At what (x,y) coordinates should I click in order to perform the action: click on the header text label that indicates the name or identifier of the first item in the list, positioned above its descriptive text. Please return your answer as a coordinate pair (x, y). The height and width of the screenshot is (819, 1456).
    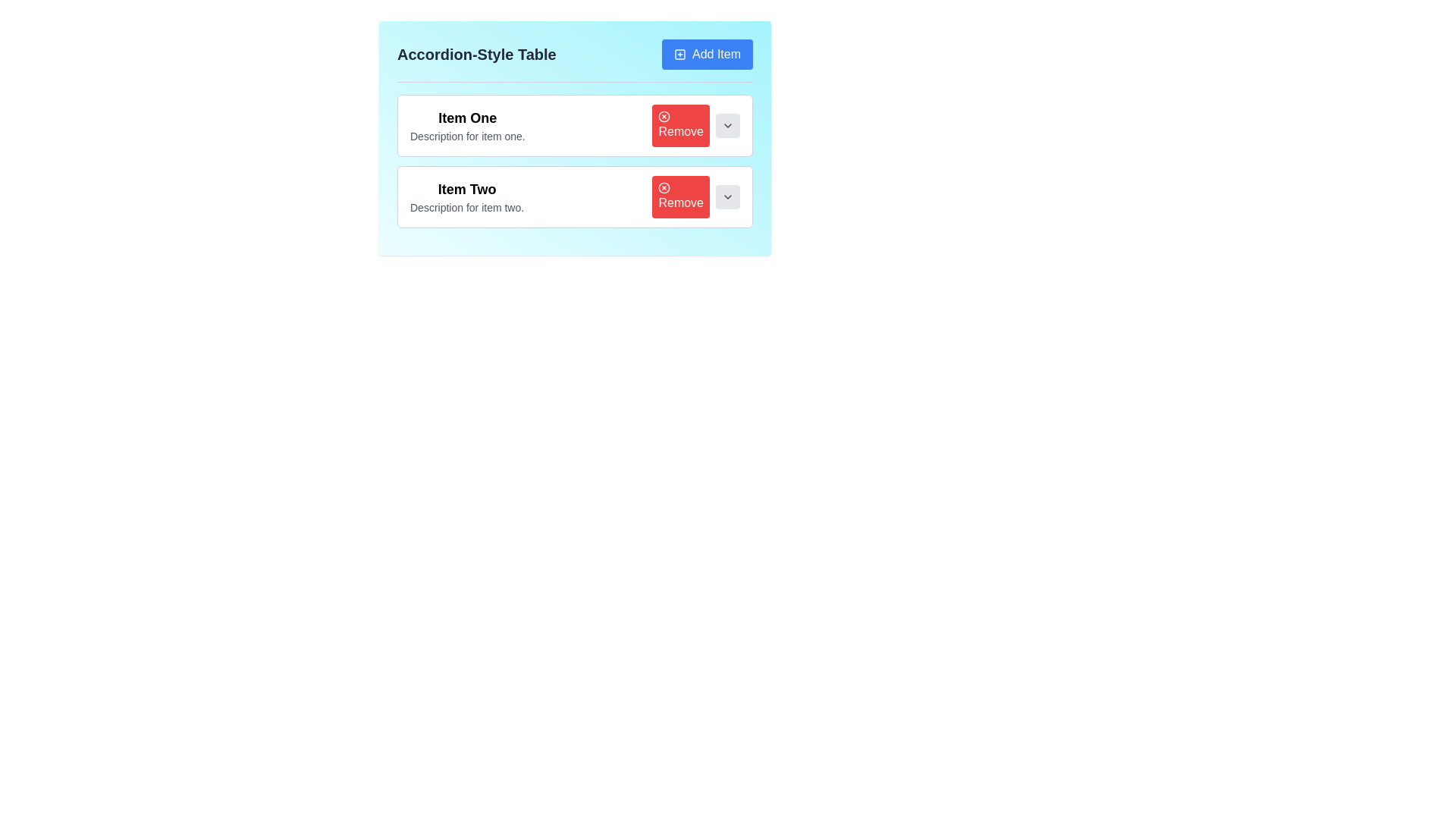
    Looking at the image, I should click on (466, 117).